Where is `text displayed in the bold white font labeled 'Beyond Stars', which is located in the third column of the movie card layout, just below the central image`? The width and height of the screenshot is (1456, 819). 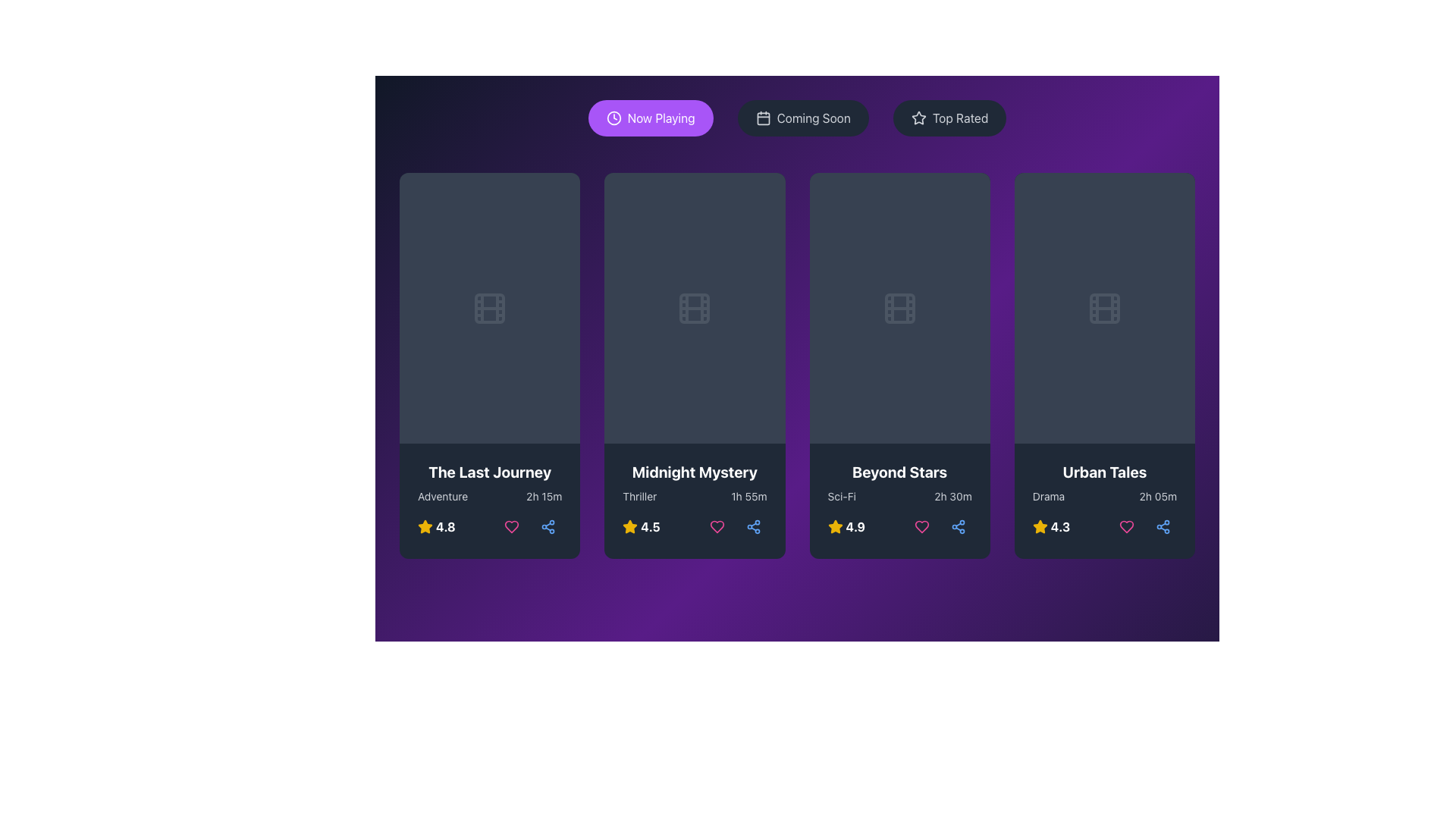 text displayed in the bold white font labeled 'Beyond Stars', which is located in the third column of the movie card layout, just below the central image is located at coordinates (899, 472).